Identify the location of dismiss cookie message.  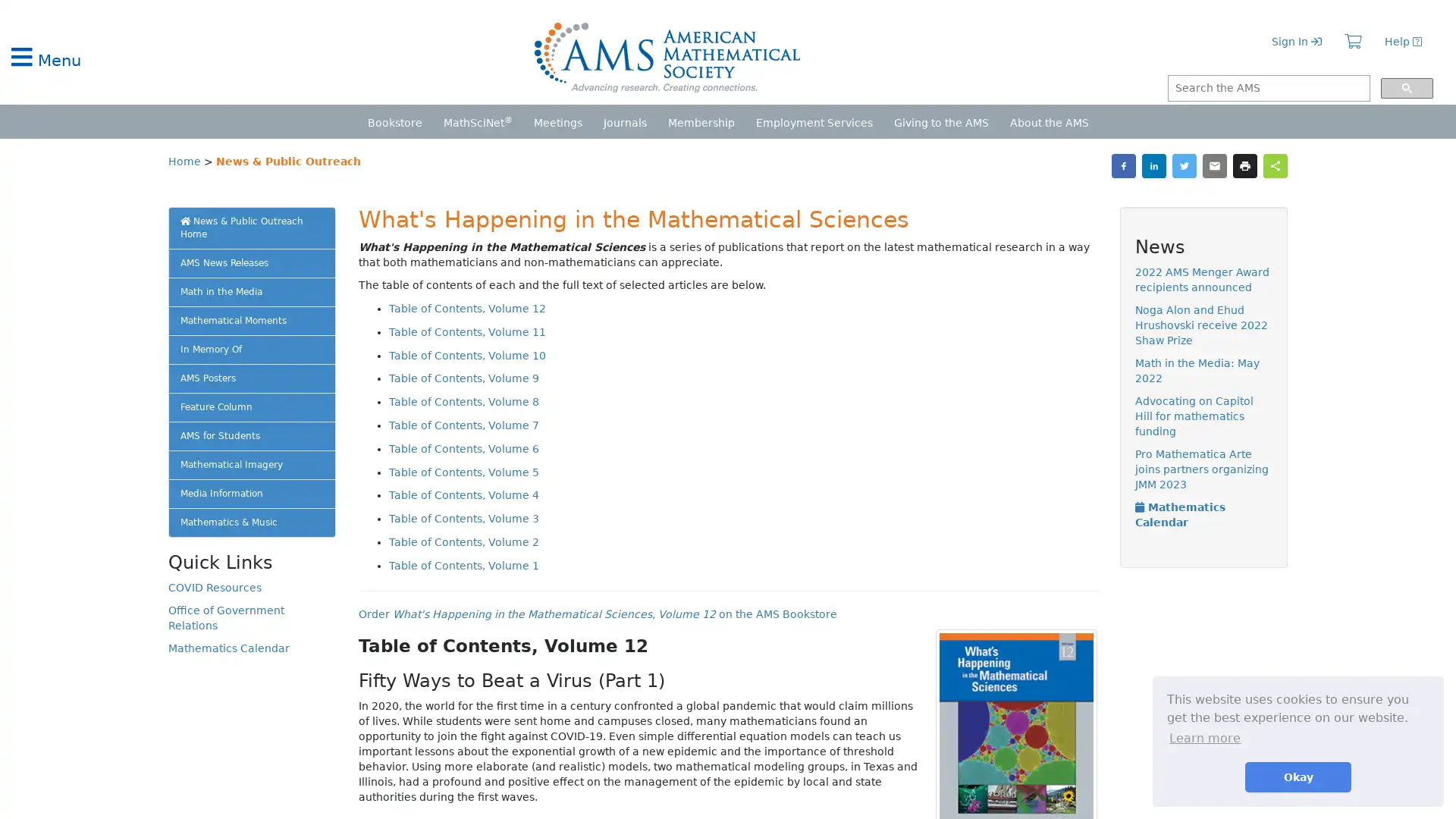
(1298, 777).